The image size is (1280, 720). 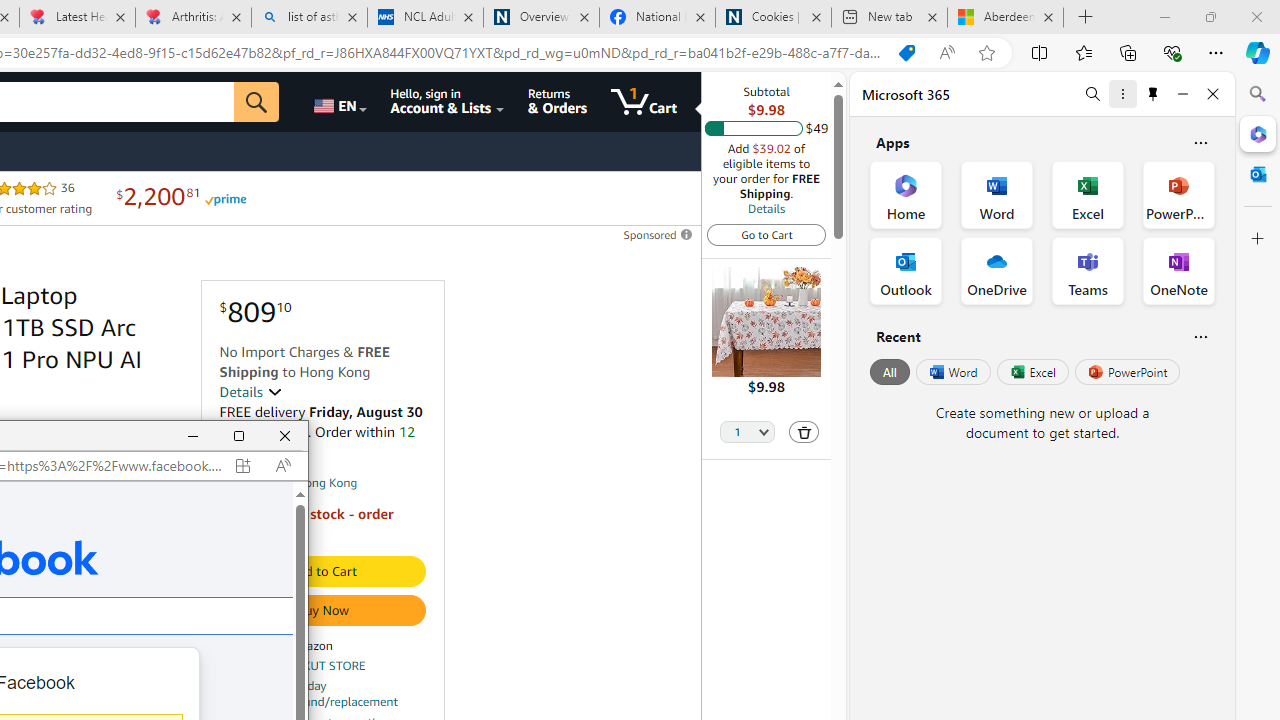 I want to click on 'Aberdeen, Hong Kong SAR hourly forecast | Microsoft Weather', so click(x=1006, y=17).